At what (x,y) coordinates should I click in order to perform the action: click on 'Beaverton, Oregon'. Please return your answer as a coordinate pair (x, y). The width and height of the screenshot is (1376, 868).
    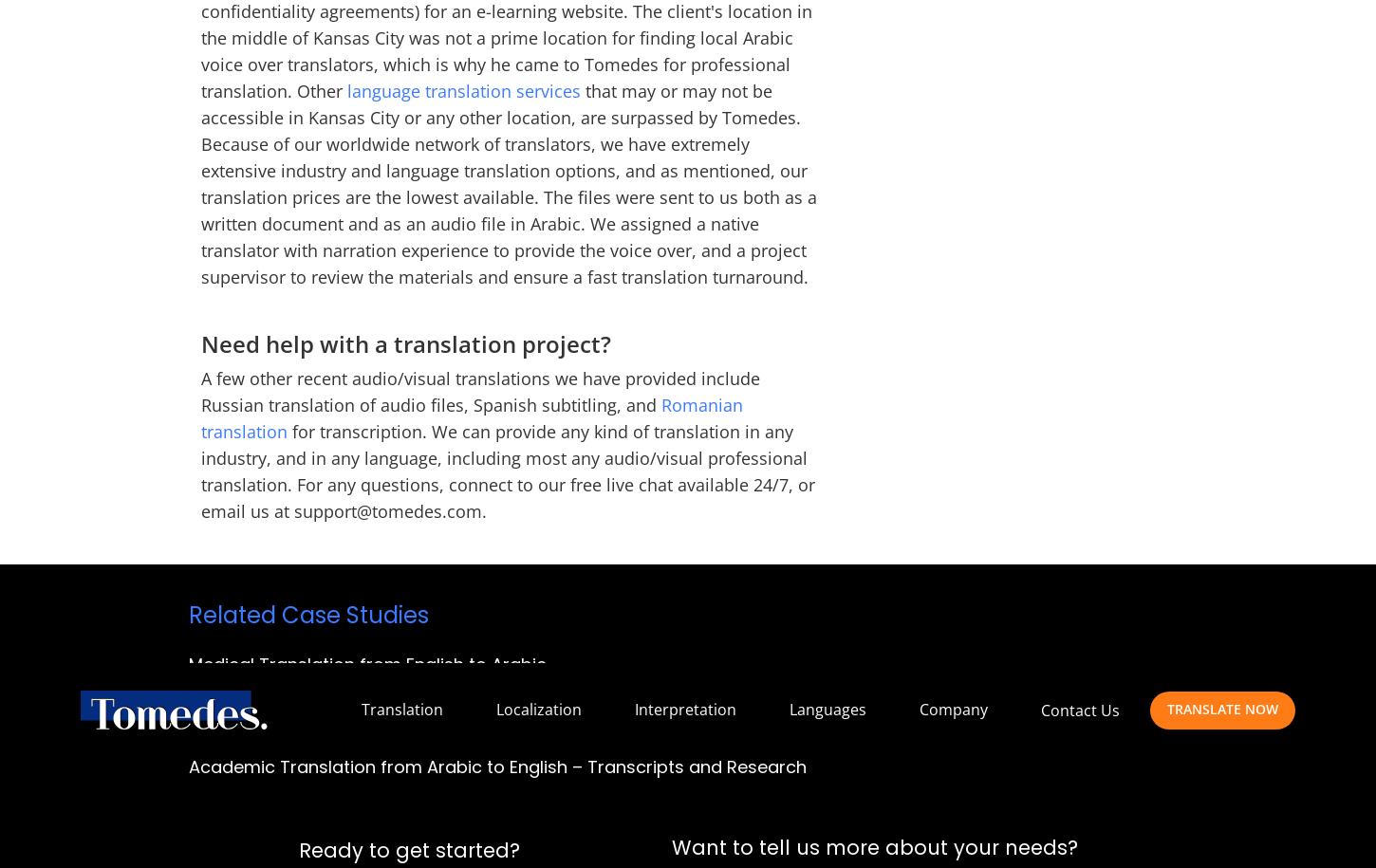
    Looking at the image, I should click on (565, 49).